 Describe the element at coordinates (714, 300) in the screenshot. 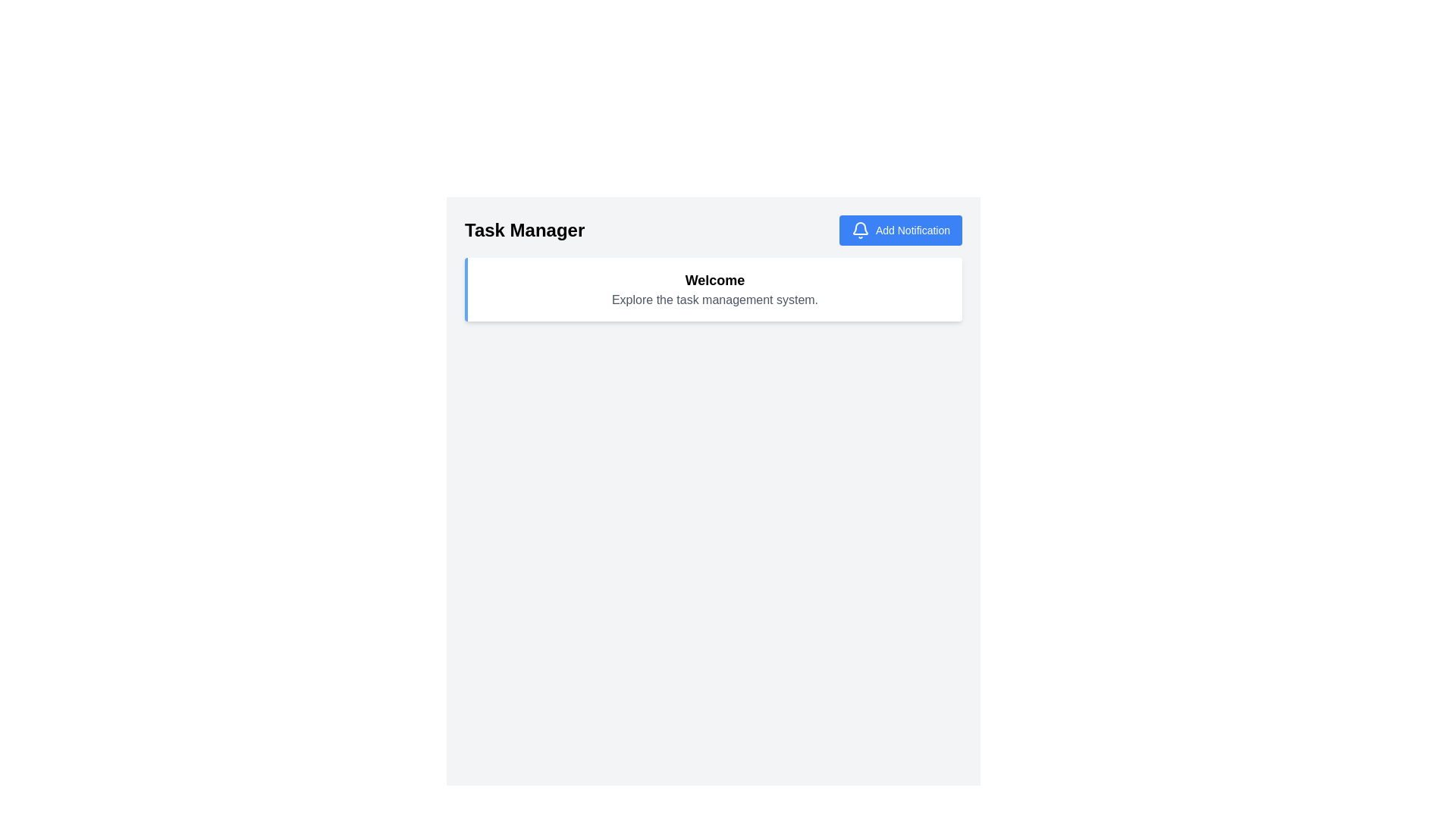

I see `the static informative text that says 'Explore the task management system.' located beneath the heading 'Welcome' in the white panel` at that location.